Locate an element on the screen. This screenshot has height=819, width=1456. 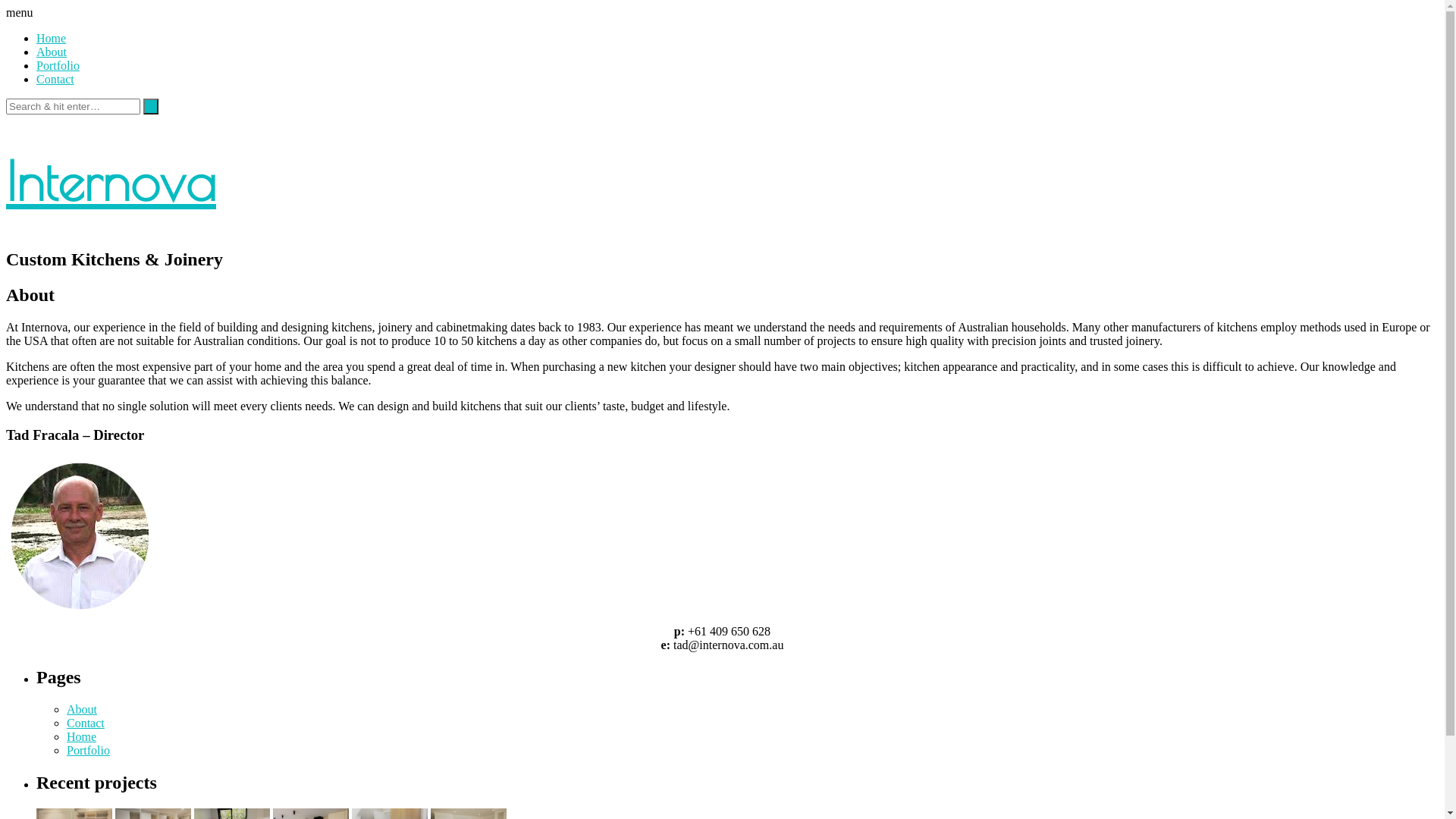
'Contact' is located at coordinates (36, 79).